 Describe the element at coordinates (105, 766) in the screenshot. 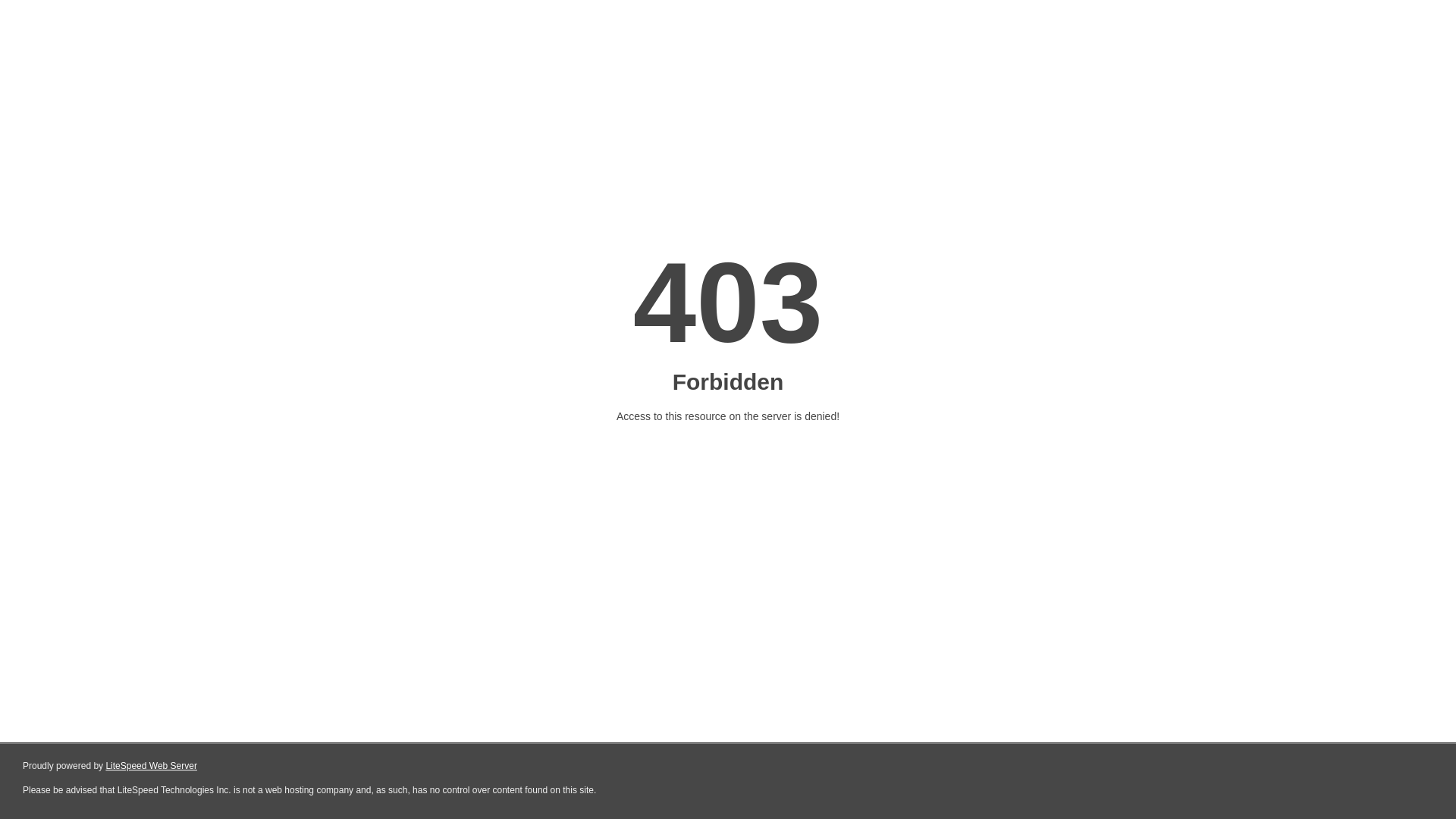

I see `'LiteSpeed Web Server'` at that location.